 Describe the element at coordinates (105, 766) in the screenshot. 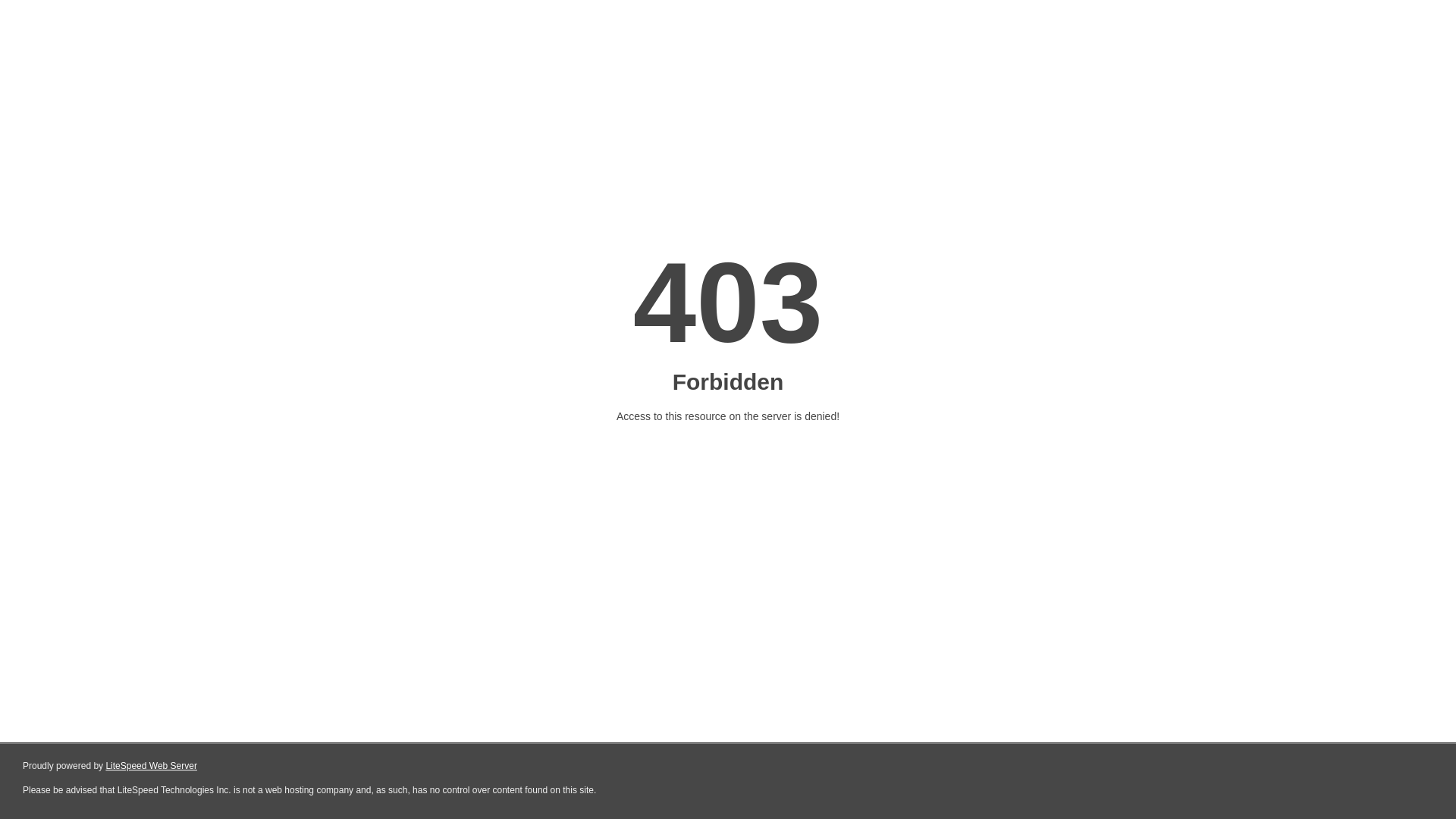

I see `'LiteSpeed Web Server'` at that location.